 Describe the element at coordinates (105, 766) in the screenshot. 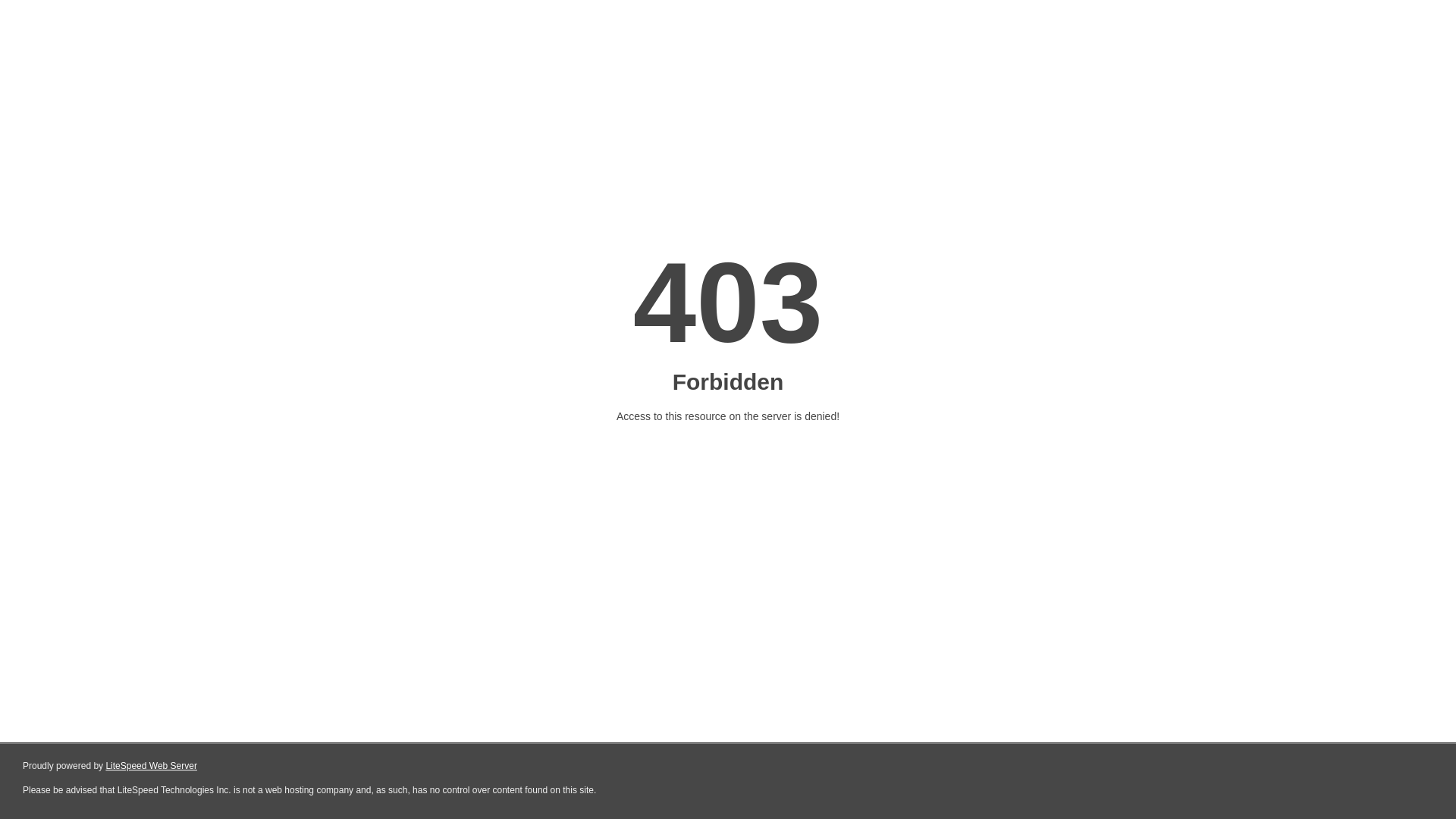

I see `'LiteSpeed Web Server'` at that location.